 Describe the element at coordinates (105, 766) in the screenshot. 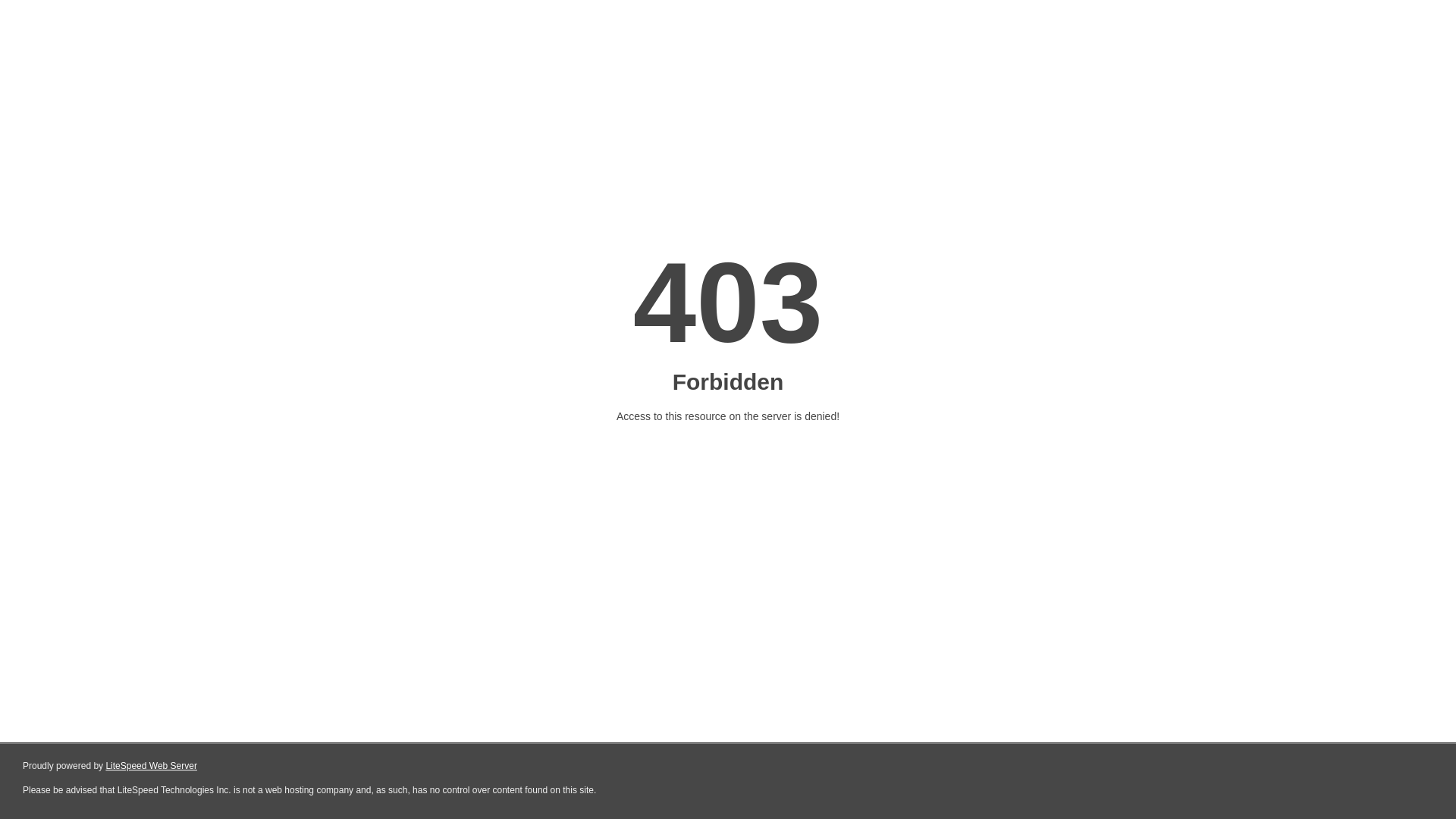

I see `'LiteSpeed Web Server'` at that location.